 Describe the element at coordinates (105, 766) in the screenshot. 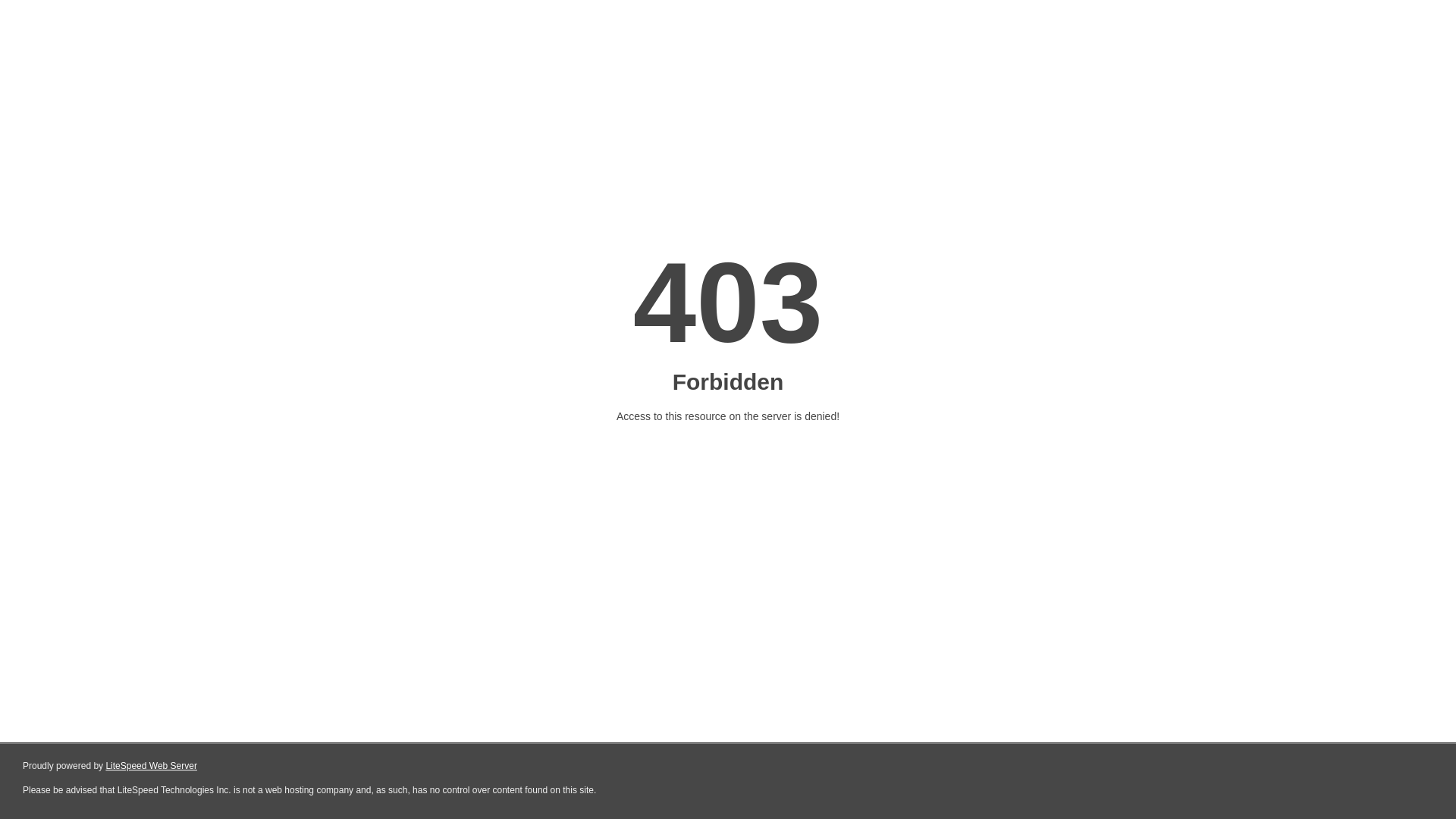

I see `'LiteSpeed Web Server'` at that location.